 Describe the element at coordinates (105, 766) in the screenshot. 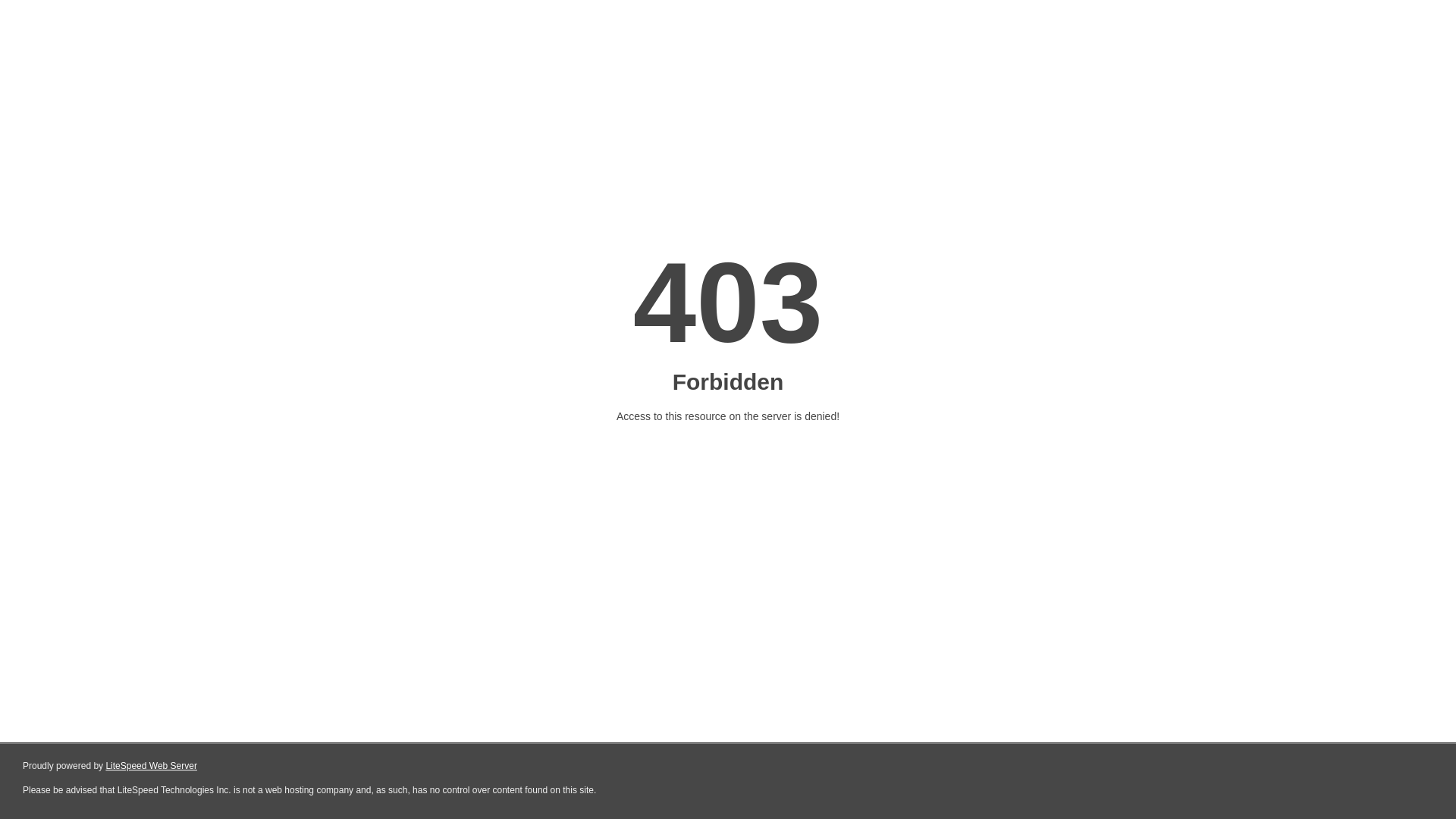

I see `'LiteSpeed Web Server'` at that location.